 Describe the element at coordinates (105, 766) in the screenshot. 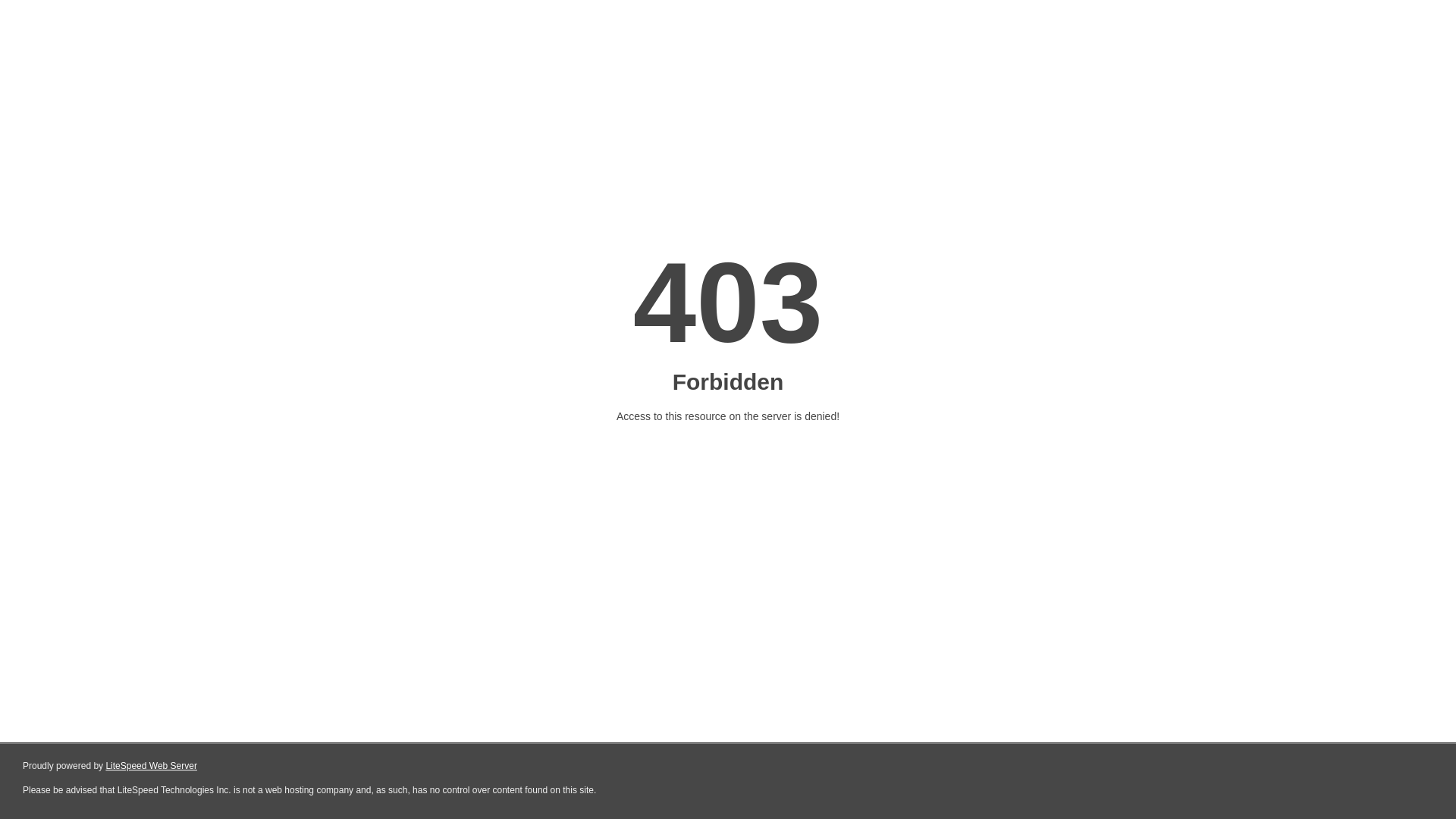

I see `'LiteSpeed Web Server'` at that location.